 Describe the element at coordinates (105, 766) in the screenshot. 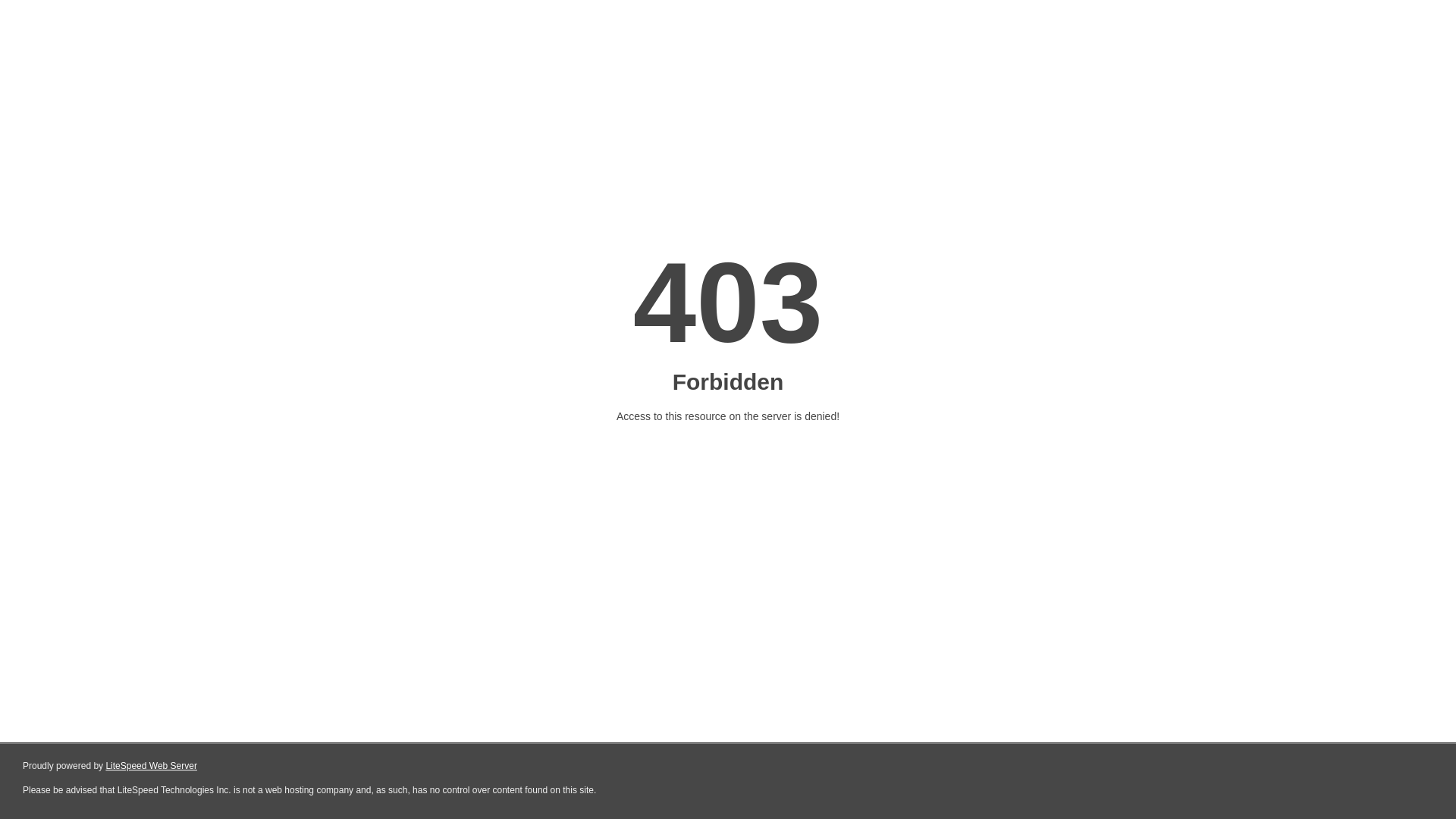

I see `'LiteSpeed Web Server'` at that location.